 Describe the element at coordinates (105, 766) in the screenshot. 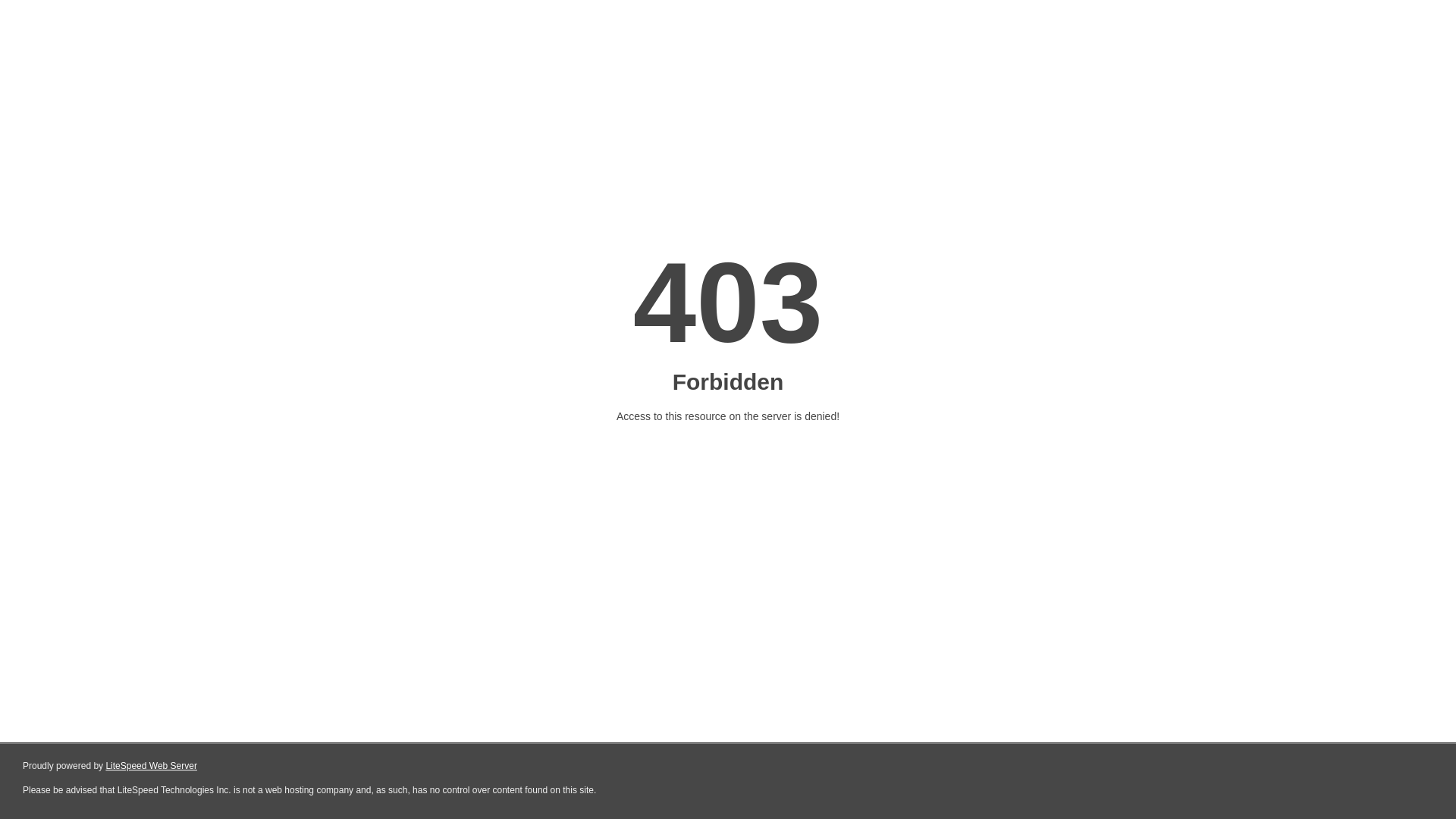

I see `'LiteSpeed Web Server'` at that location.